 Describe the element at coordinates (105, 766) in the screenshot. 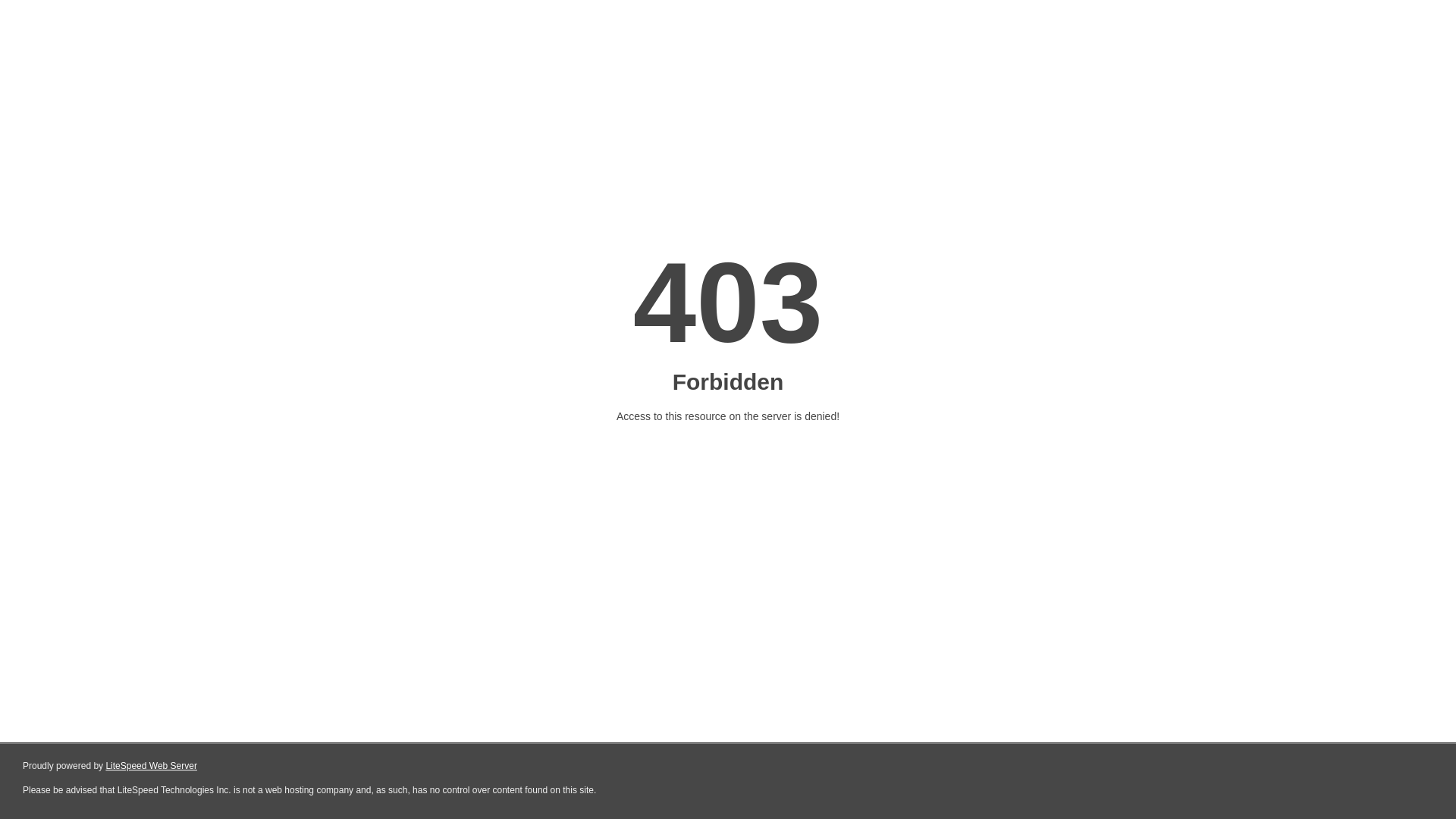

I see `'LiteSpeed Web Server'` at that location.